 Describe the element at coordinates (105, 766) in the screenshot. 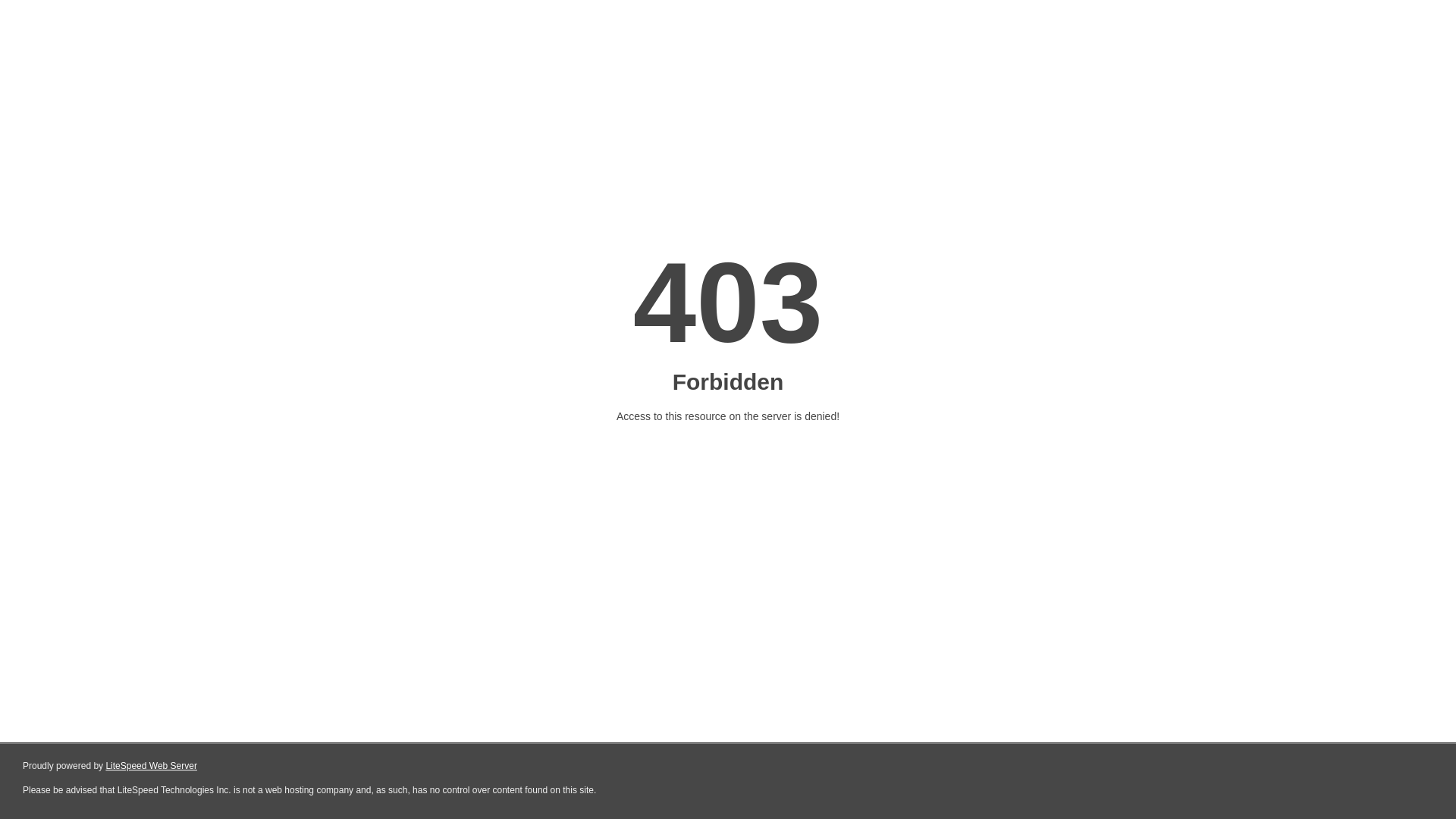

I see `'LiteSpeed Web Server'` at that location.